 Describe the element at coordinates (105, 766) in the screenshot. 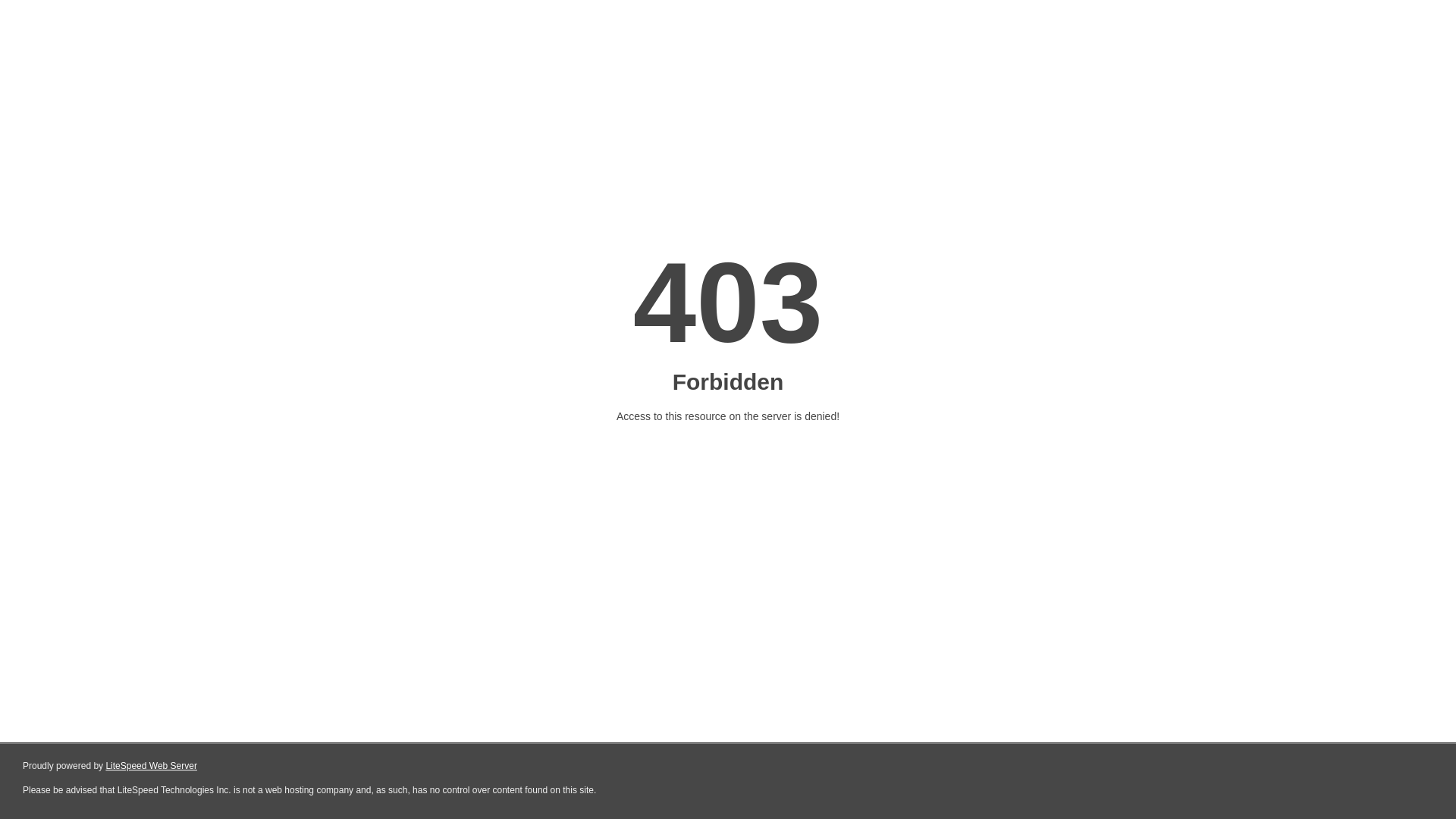

I see `'LiteSpeed Web Server'` at that location.